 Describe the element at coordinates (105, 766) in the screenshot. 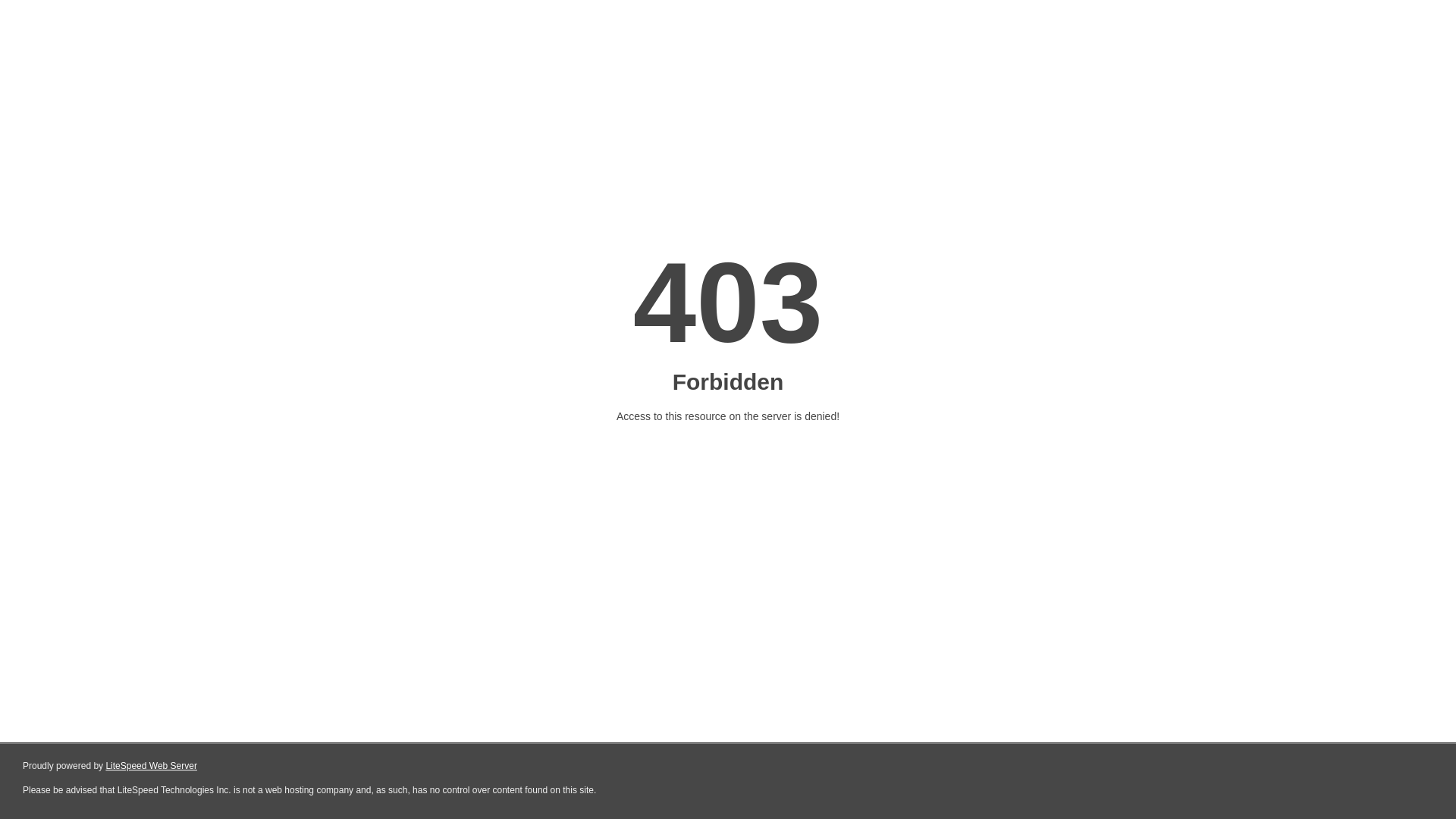

I see `'LiteSpeed Web Server'` at that location.